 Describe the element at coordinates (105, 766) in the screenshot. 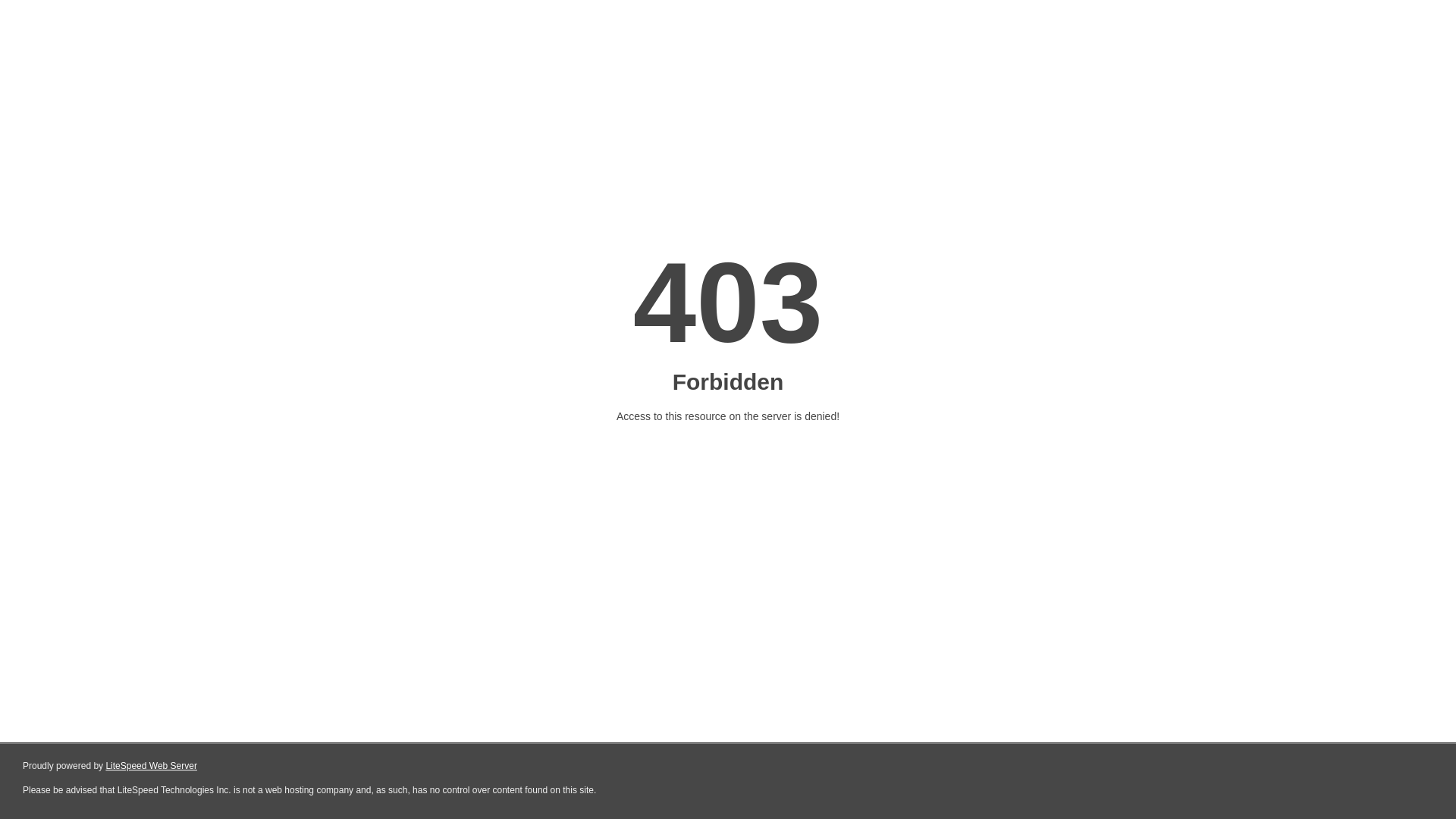

I see `'LiteSpeed Web Server'` at that location.